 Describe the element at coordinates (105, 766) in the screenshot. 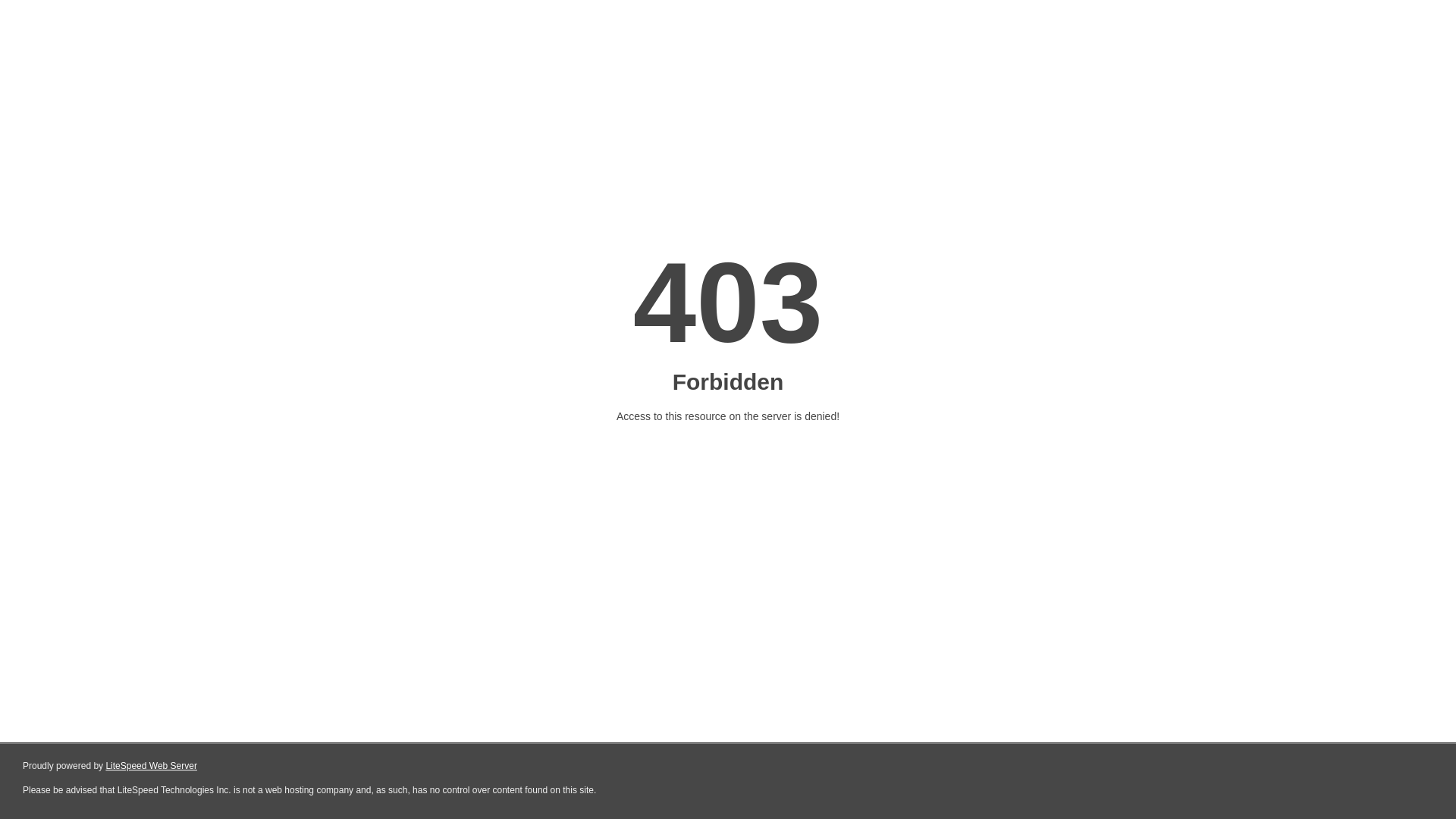

I see `'LiteSpeed Web Server'` at that location.